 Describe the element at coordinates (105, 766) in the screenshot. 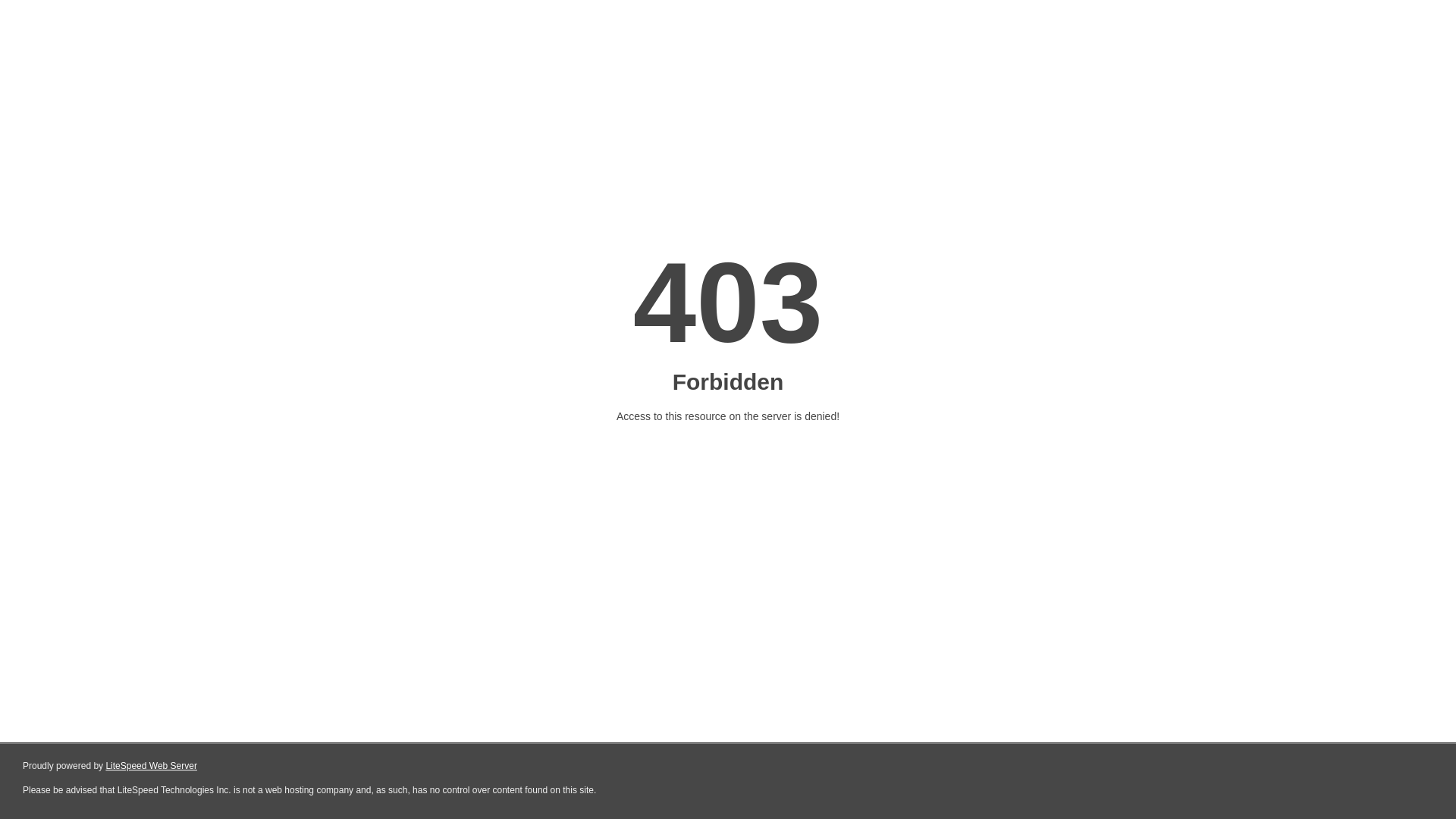

I see `'LiteSpeed Web Server'` at that location.